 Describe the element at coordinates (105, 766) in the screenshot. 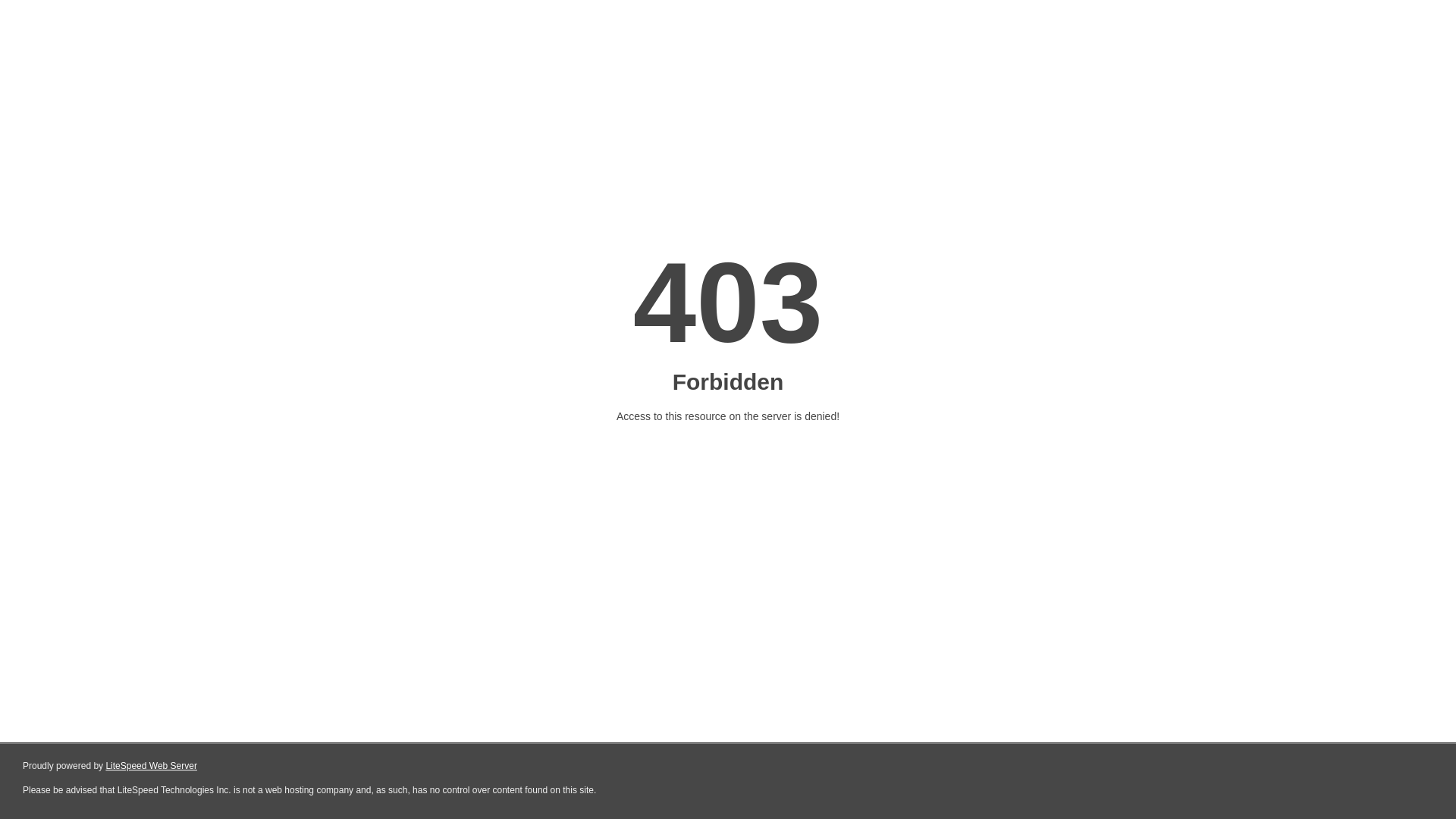

I see `'LiteSpeed Web Server'` at that location.